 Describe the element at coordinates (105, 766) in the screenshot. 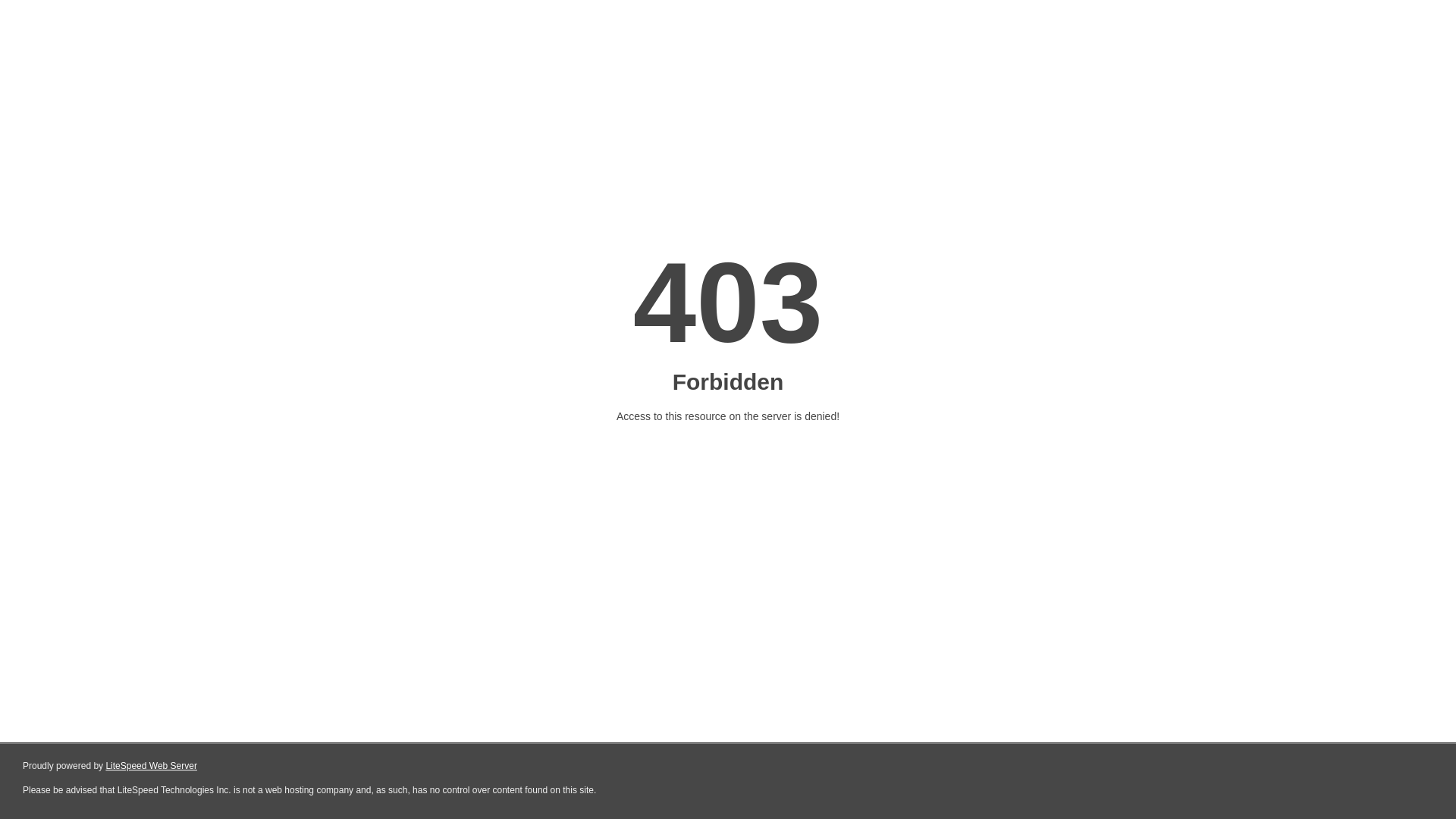

I see `'LiteSpeed Web Server'` at that location.